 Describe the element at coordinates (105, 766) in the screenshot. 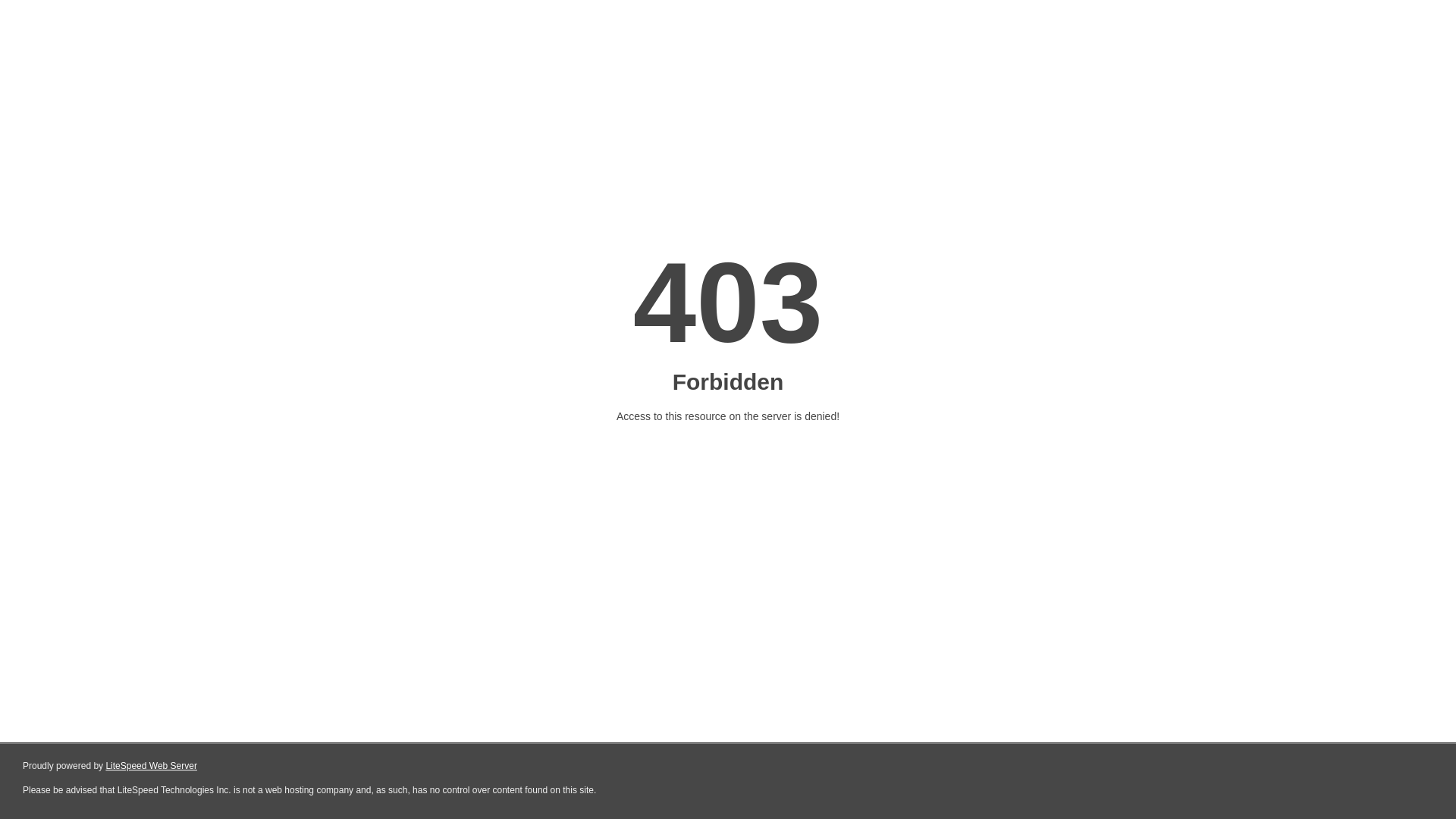

I see `'LiteSpeed Web Server'` at that location.